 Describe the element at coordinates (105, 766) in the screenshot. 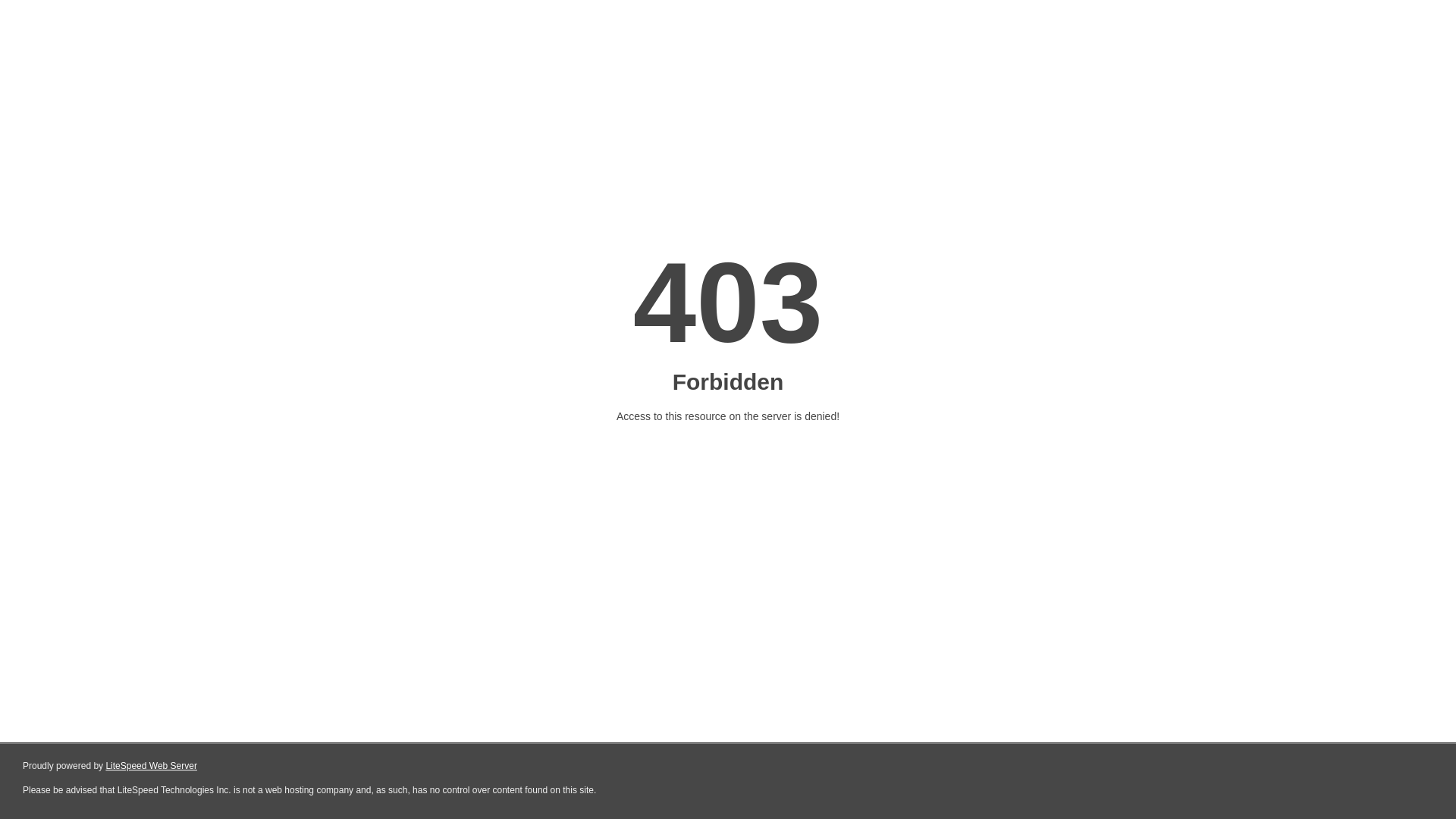

I see `'LiteSpeed Web Server'` at that location.